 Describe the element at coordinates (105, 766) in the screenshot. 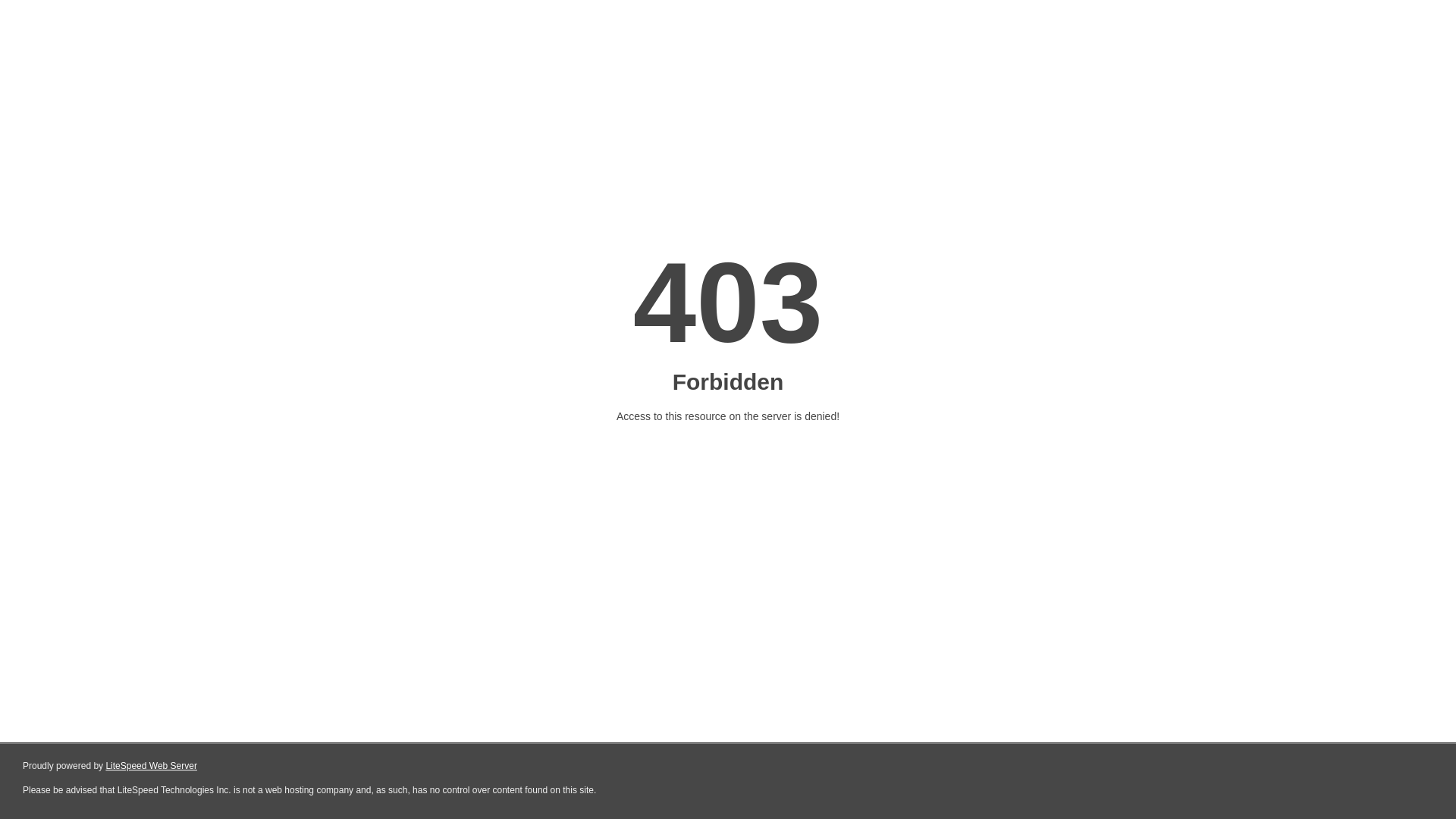

I see `'LiteSpeed Web Server'` at that location.